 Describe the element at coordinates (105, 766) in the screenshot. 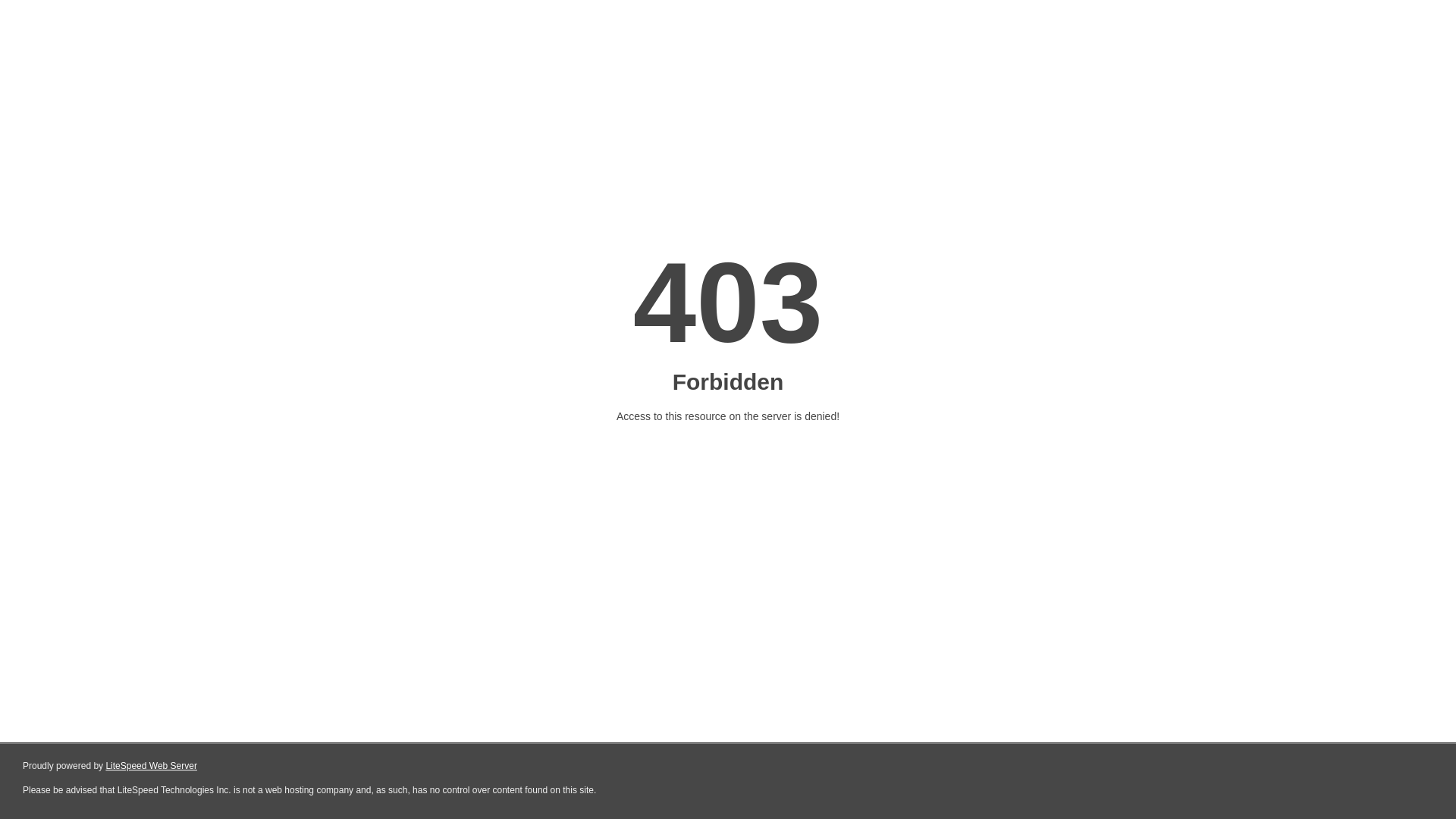

I see `'LiteSpeed Web Server'` at that location.